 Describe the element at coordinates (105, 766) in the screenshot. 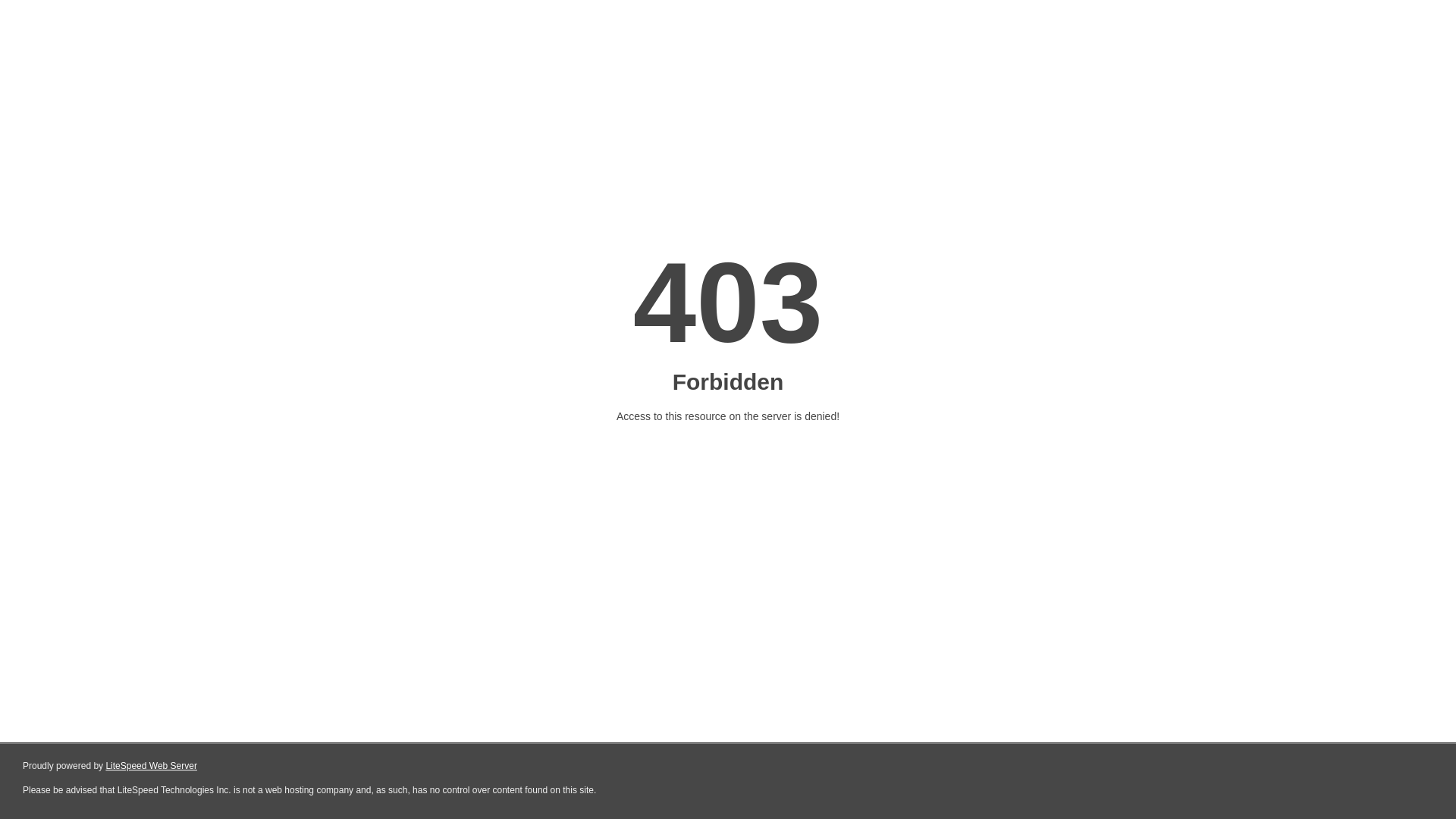

I see `'LiteSpeed Web Server'` at that location.